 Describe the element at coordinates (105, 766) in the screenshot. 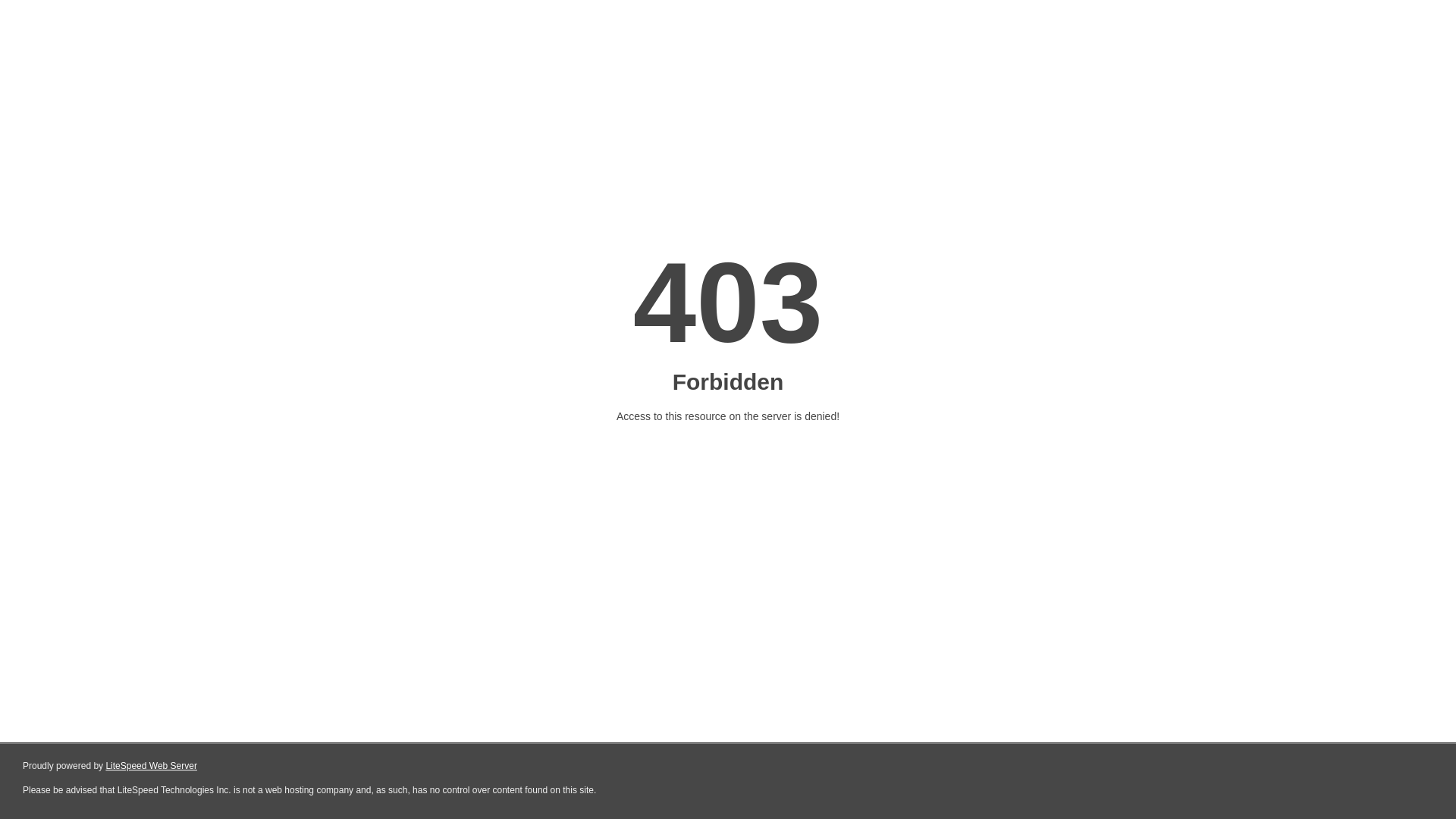

I see `'LiteSpeed Web Server'` at that location.